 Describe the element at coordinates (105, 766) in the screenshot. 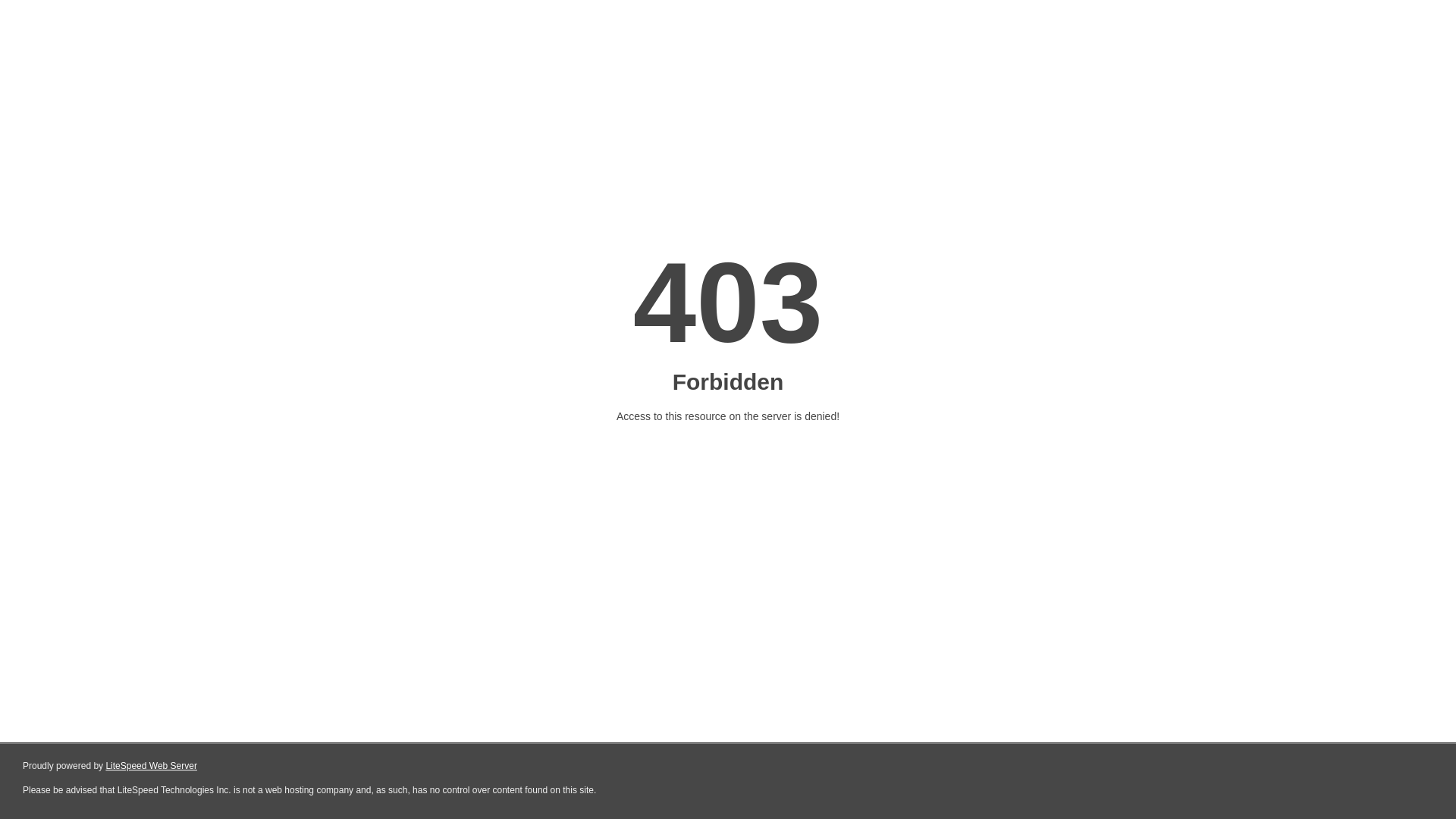

I see `'LiteSpeed Web Server'` at that location.